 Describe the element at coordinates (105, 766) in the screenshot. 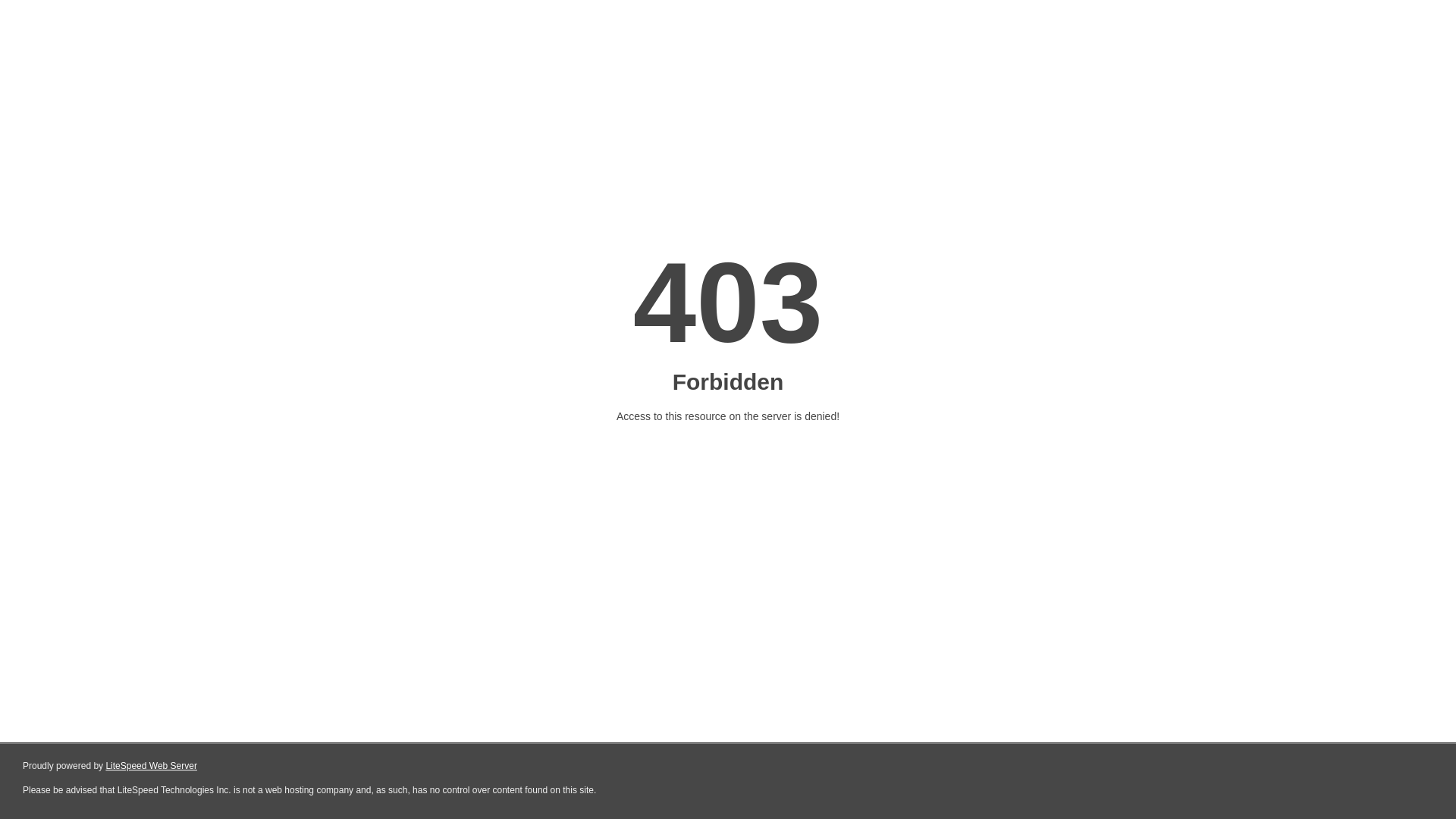

I see `'LiteSpeed Web Server'` at that location.